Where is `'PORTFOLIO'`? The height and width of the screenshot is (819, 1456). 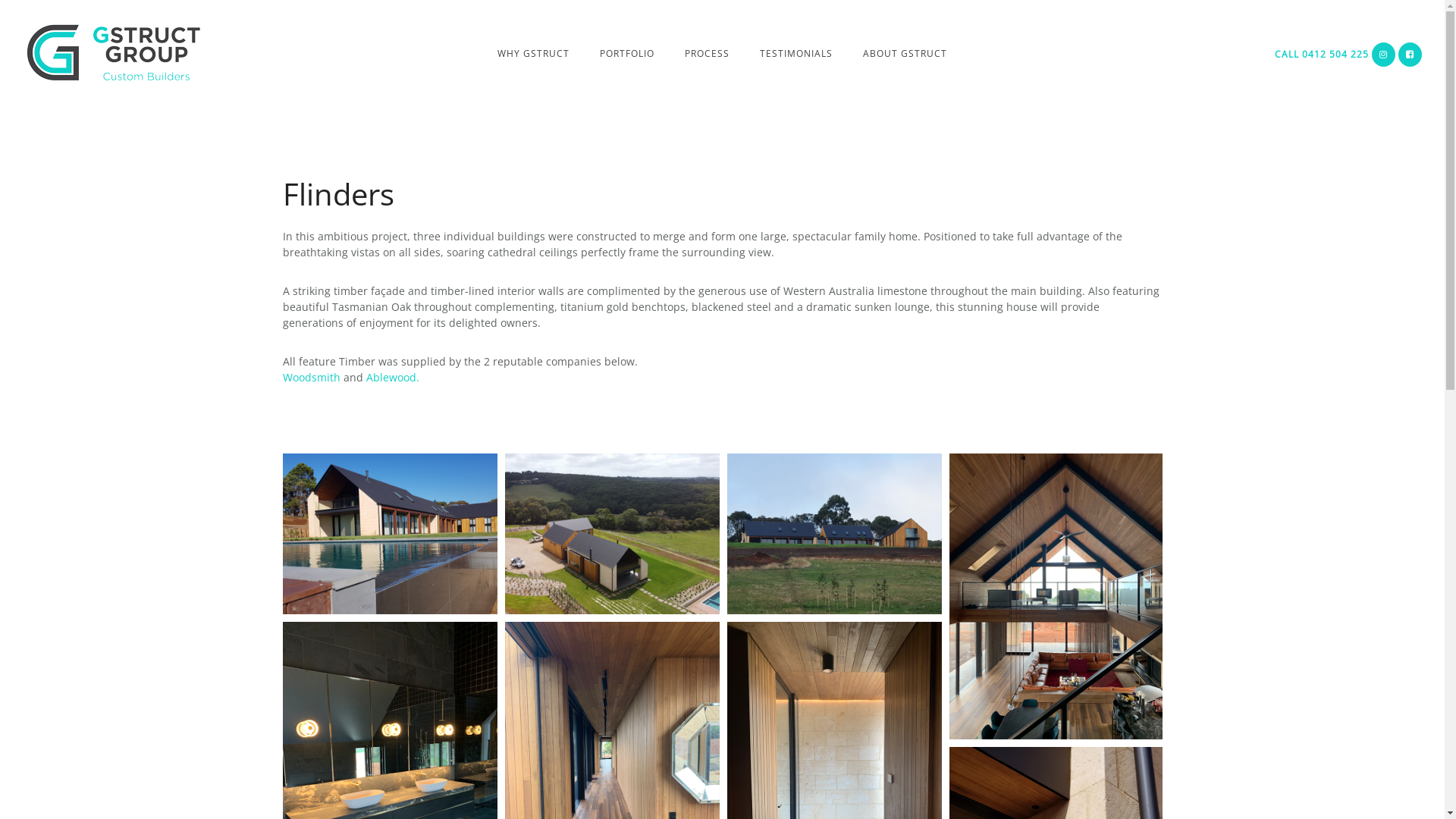
'PORTFOLIO' is located at coordinates (626, 52).